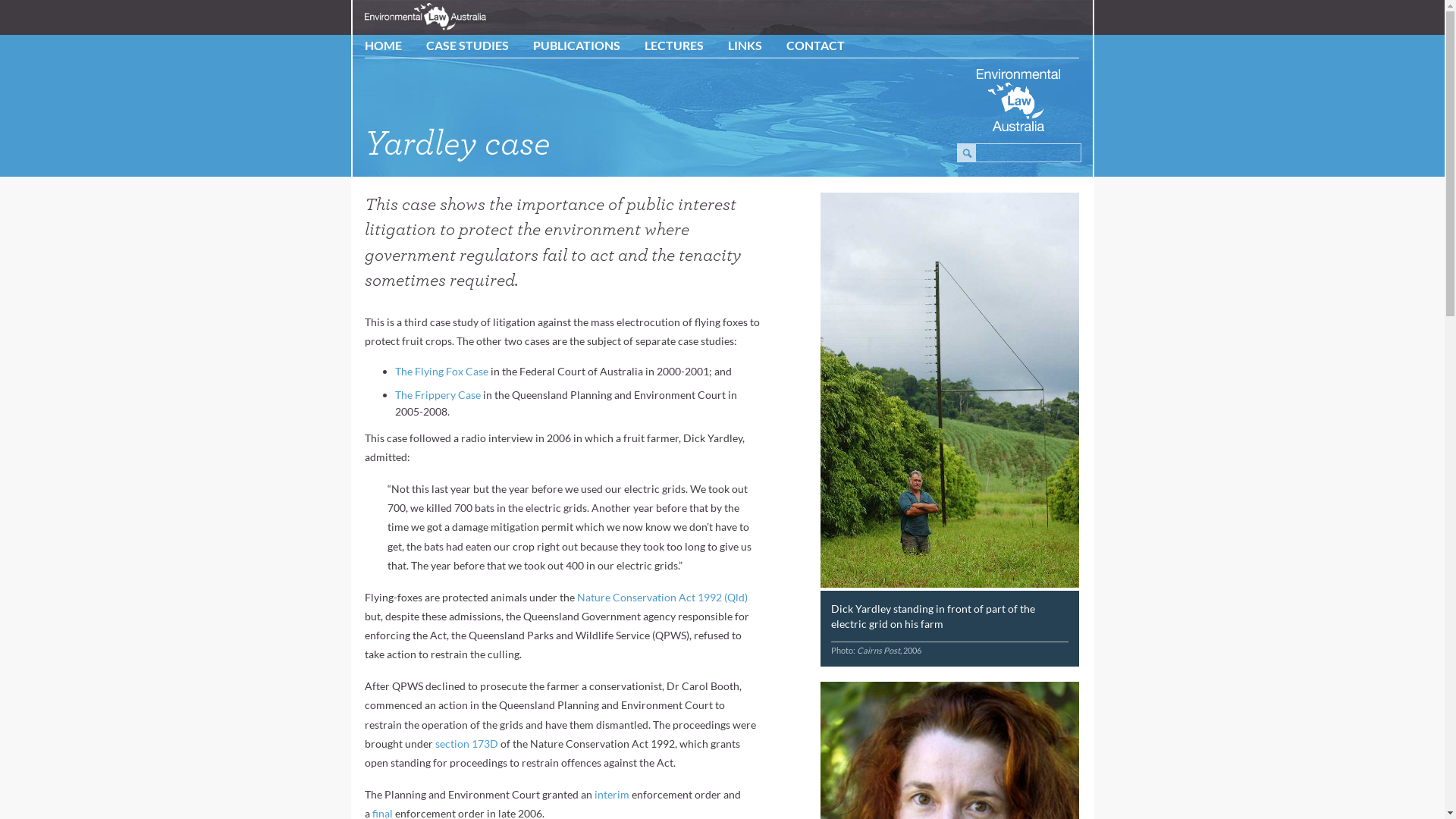 This screenshot has width=1456, height=819. What do you see at coordinates (466, 742) in the screenshot?
I see `'section 173D'` at bounding box center [466, 742].